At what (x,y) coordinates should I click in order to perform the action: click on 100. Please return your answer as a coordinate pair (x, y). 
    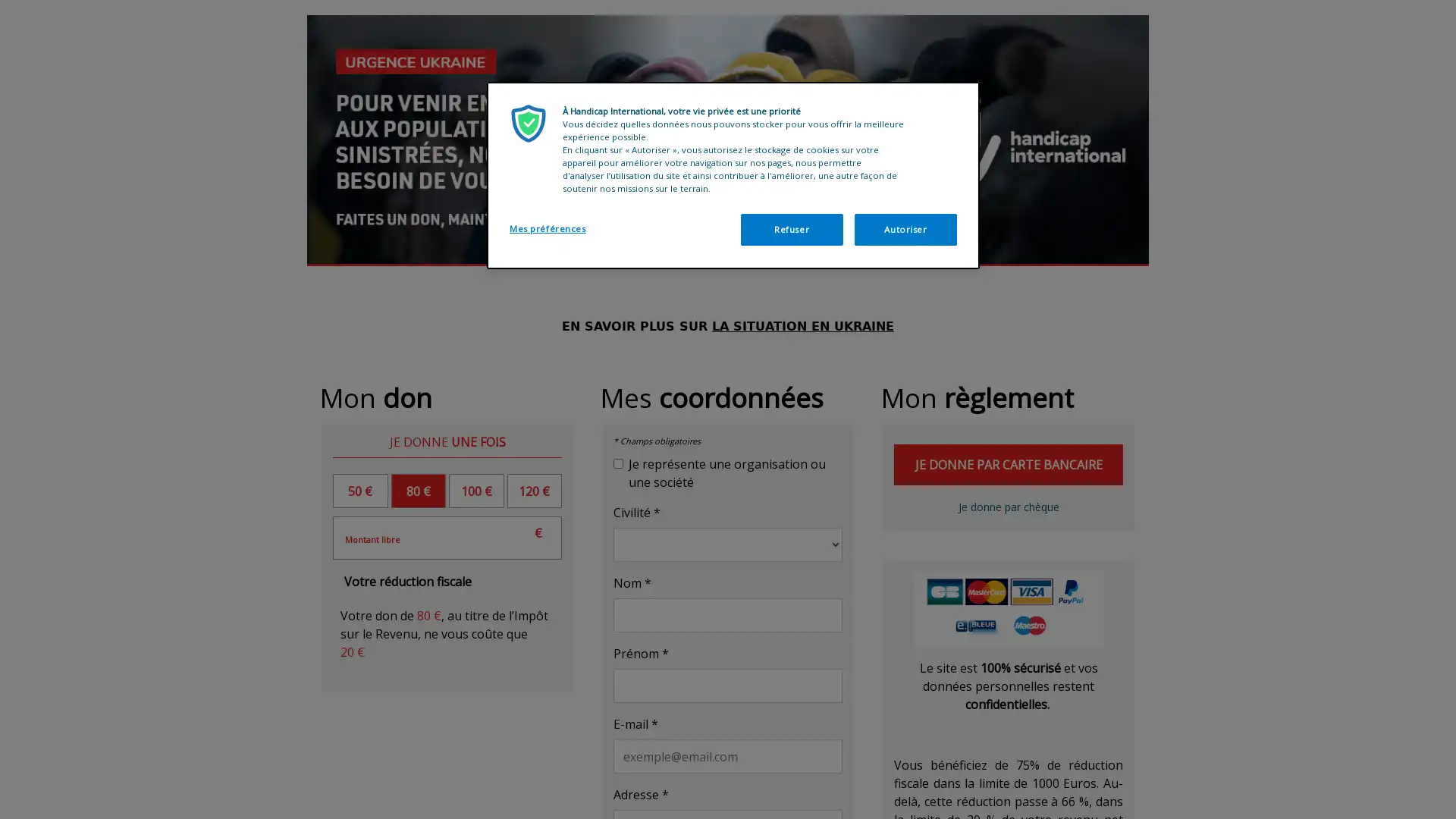
    Looking at the image, I should click on (475, 491).